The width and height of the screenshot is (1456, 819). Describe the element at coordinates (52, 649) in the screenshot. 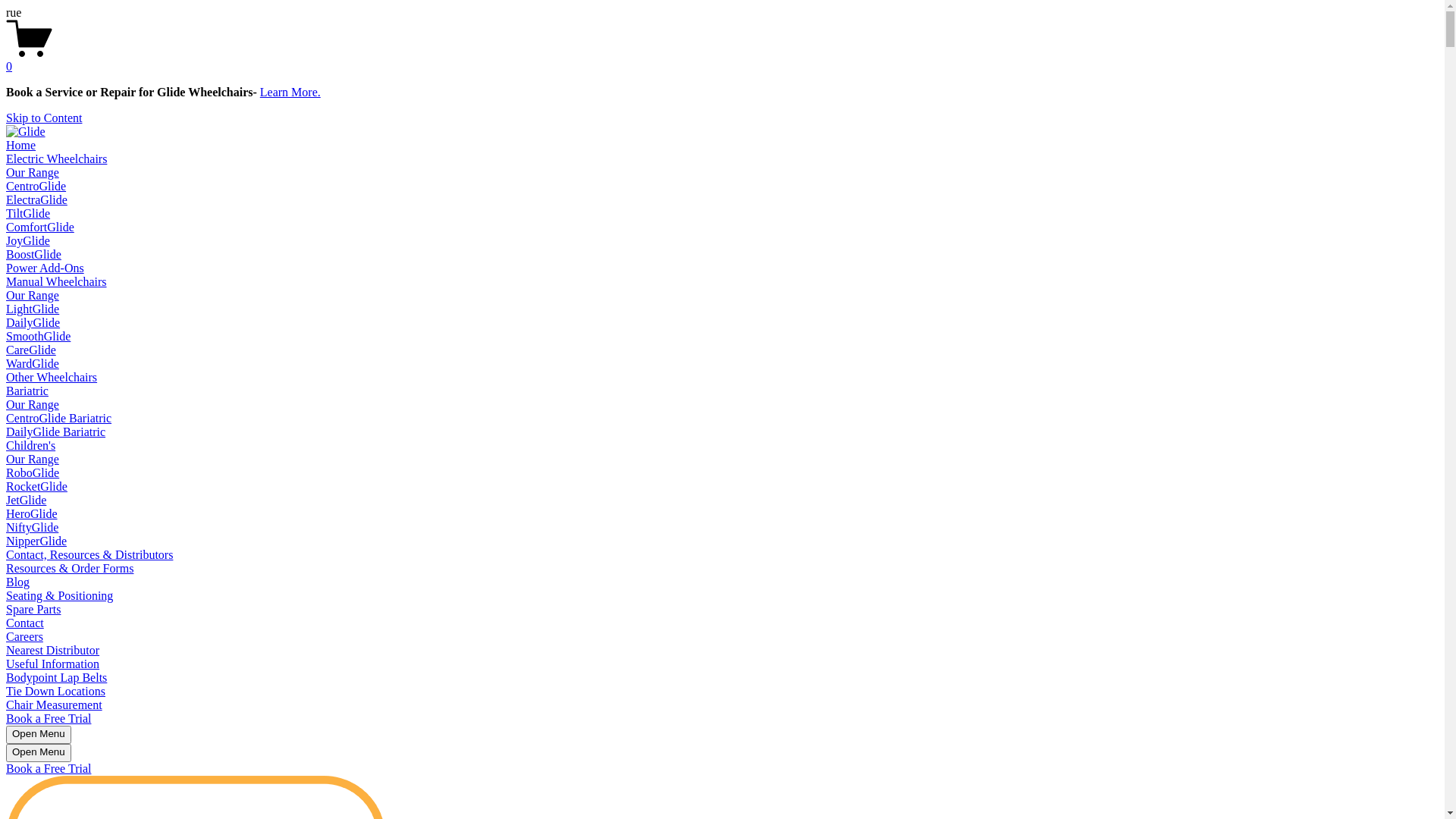

I see `'Nearest Distributor'` at that location.